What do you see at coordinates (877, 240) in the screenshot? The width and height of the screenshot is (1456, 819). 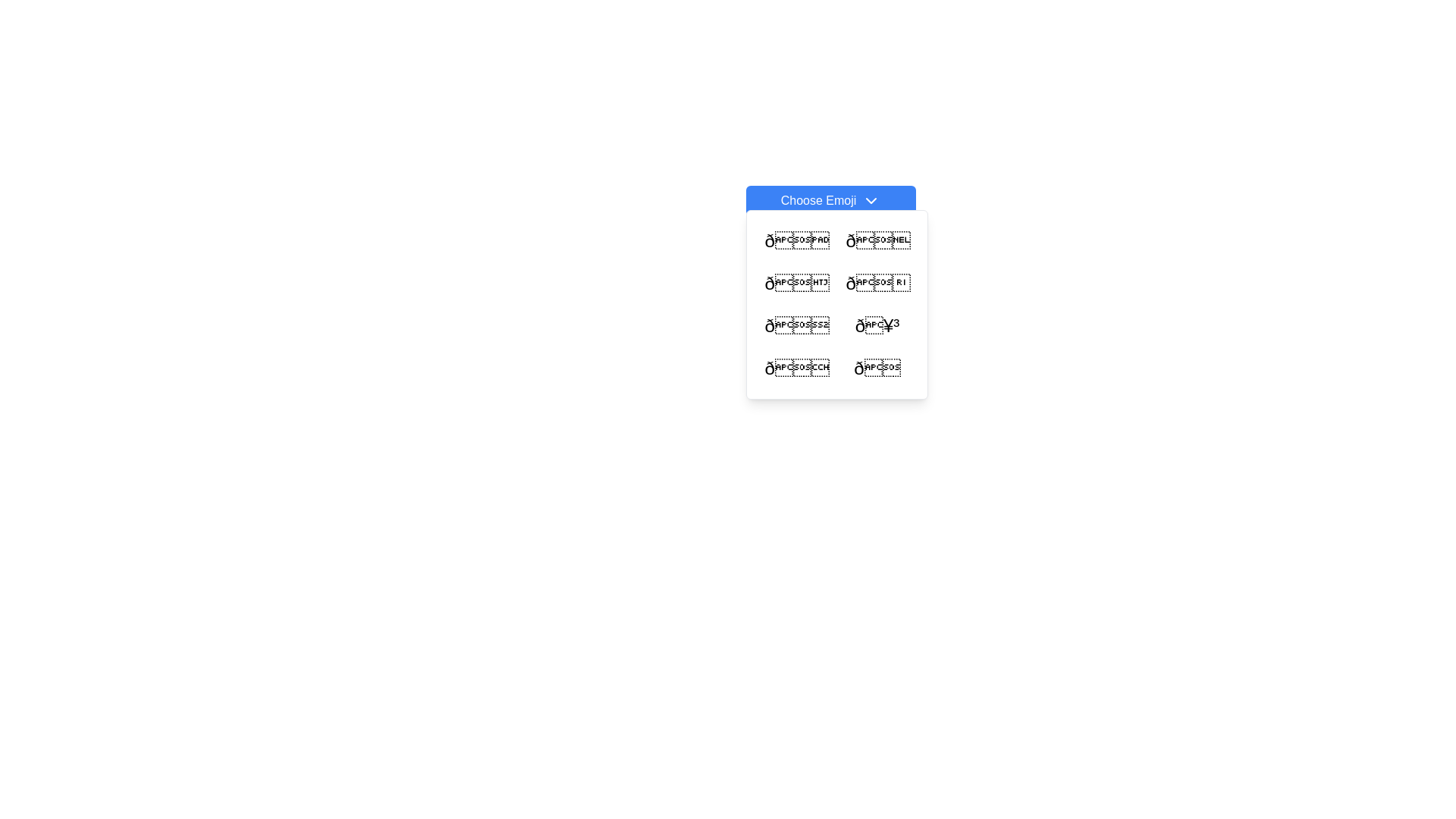 I see `the emoji button located in the first row and second column of the pop-up grid` at bounding box center [877, 240].